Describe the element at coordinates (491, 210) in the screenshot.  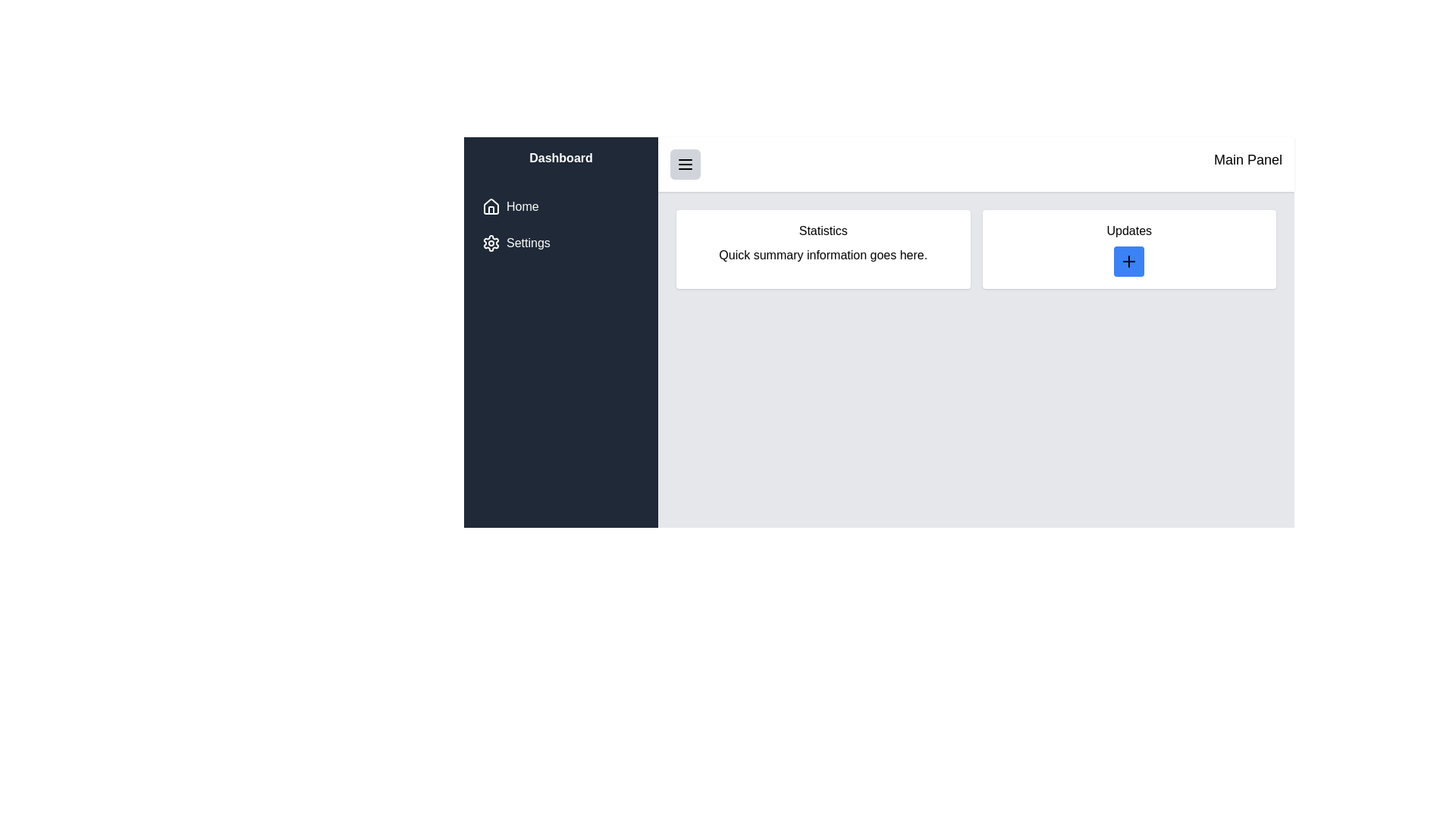
I see `the house icon in the left-side vertical navigation bar` at that location.